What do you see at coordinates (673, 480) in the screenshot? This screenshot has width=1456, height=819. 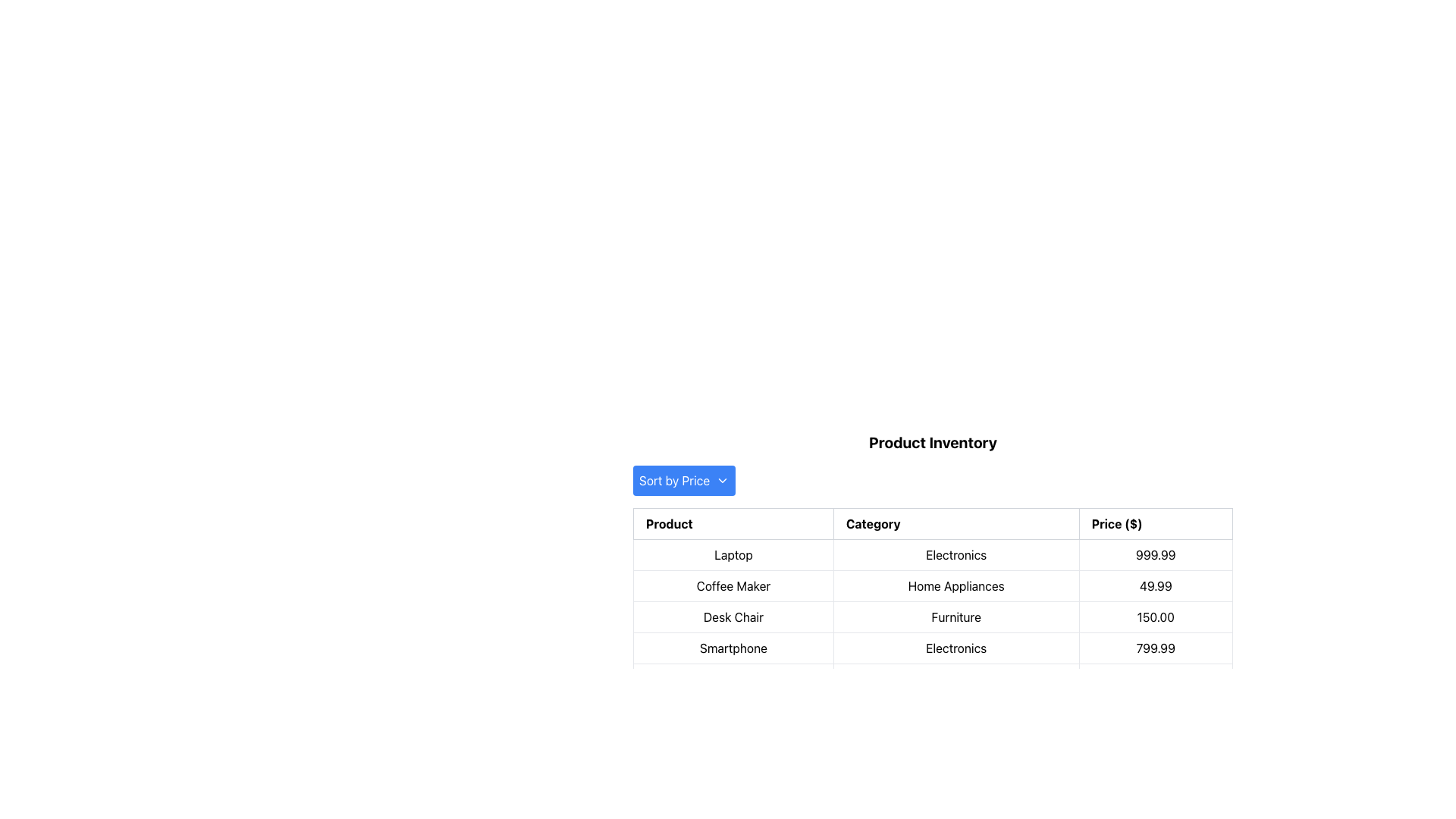 I see `'Sort by Price' text label styled in white on a blue background, which is part of a button-like UI component located above the 'Product Inventory' table` at bounding box center [673, 480].